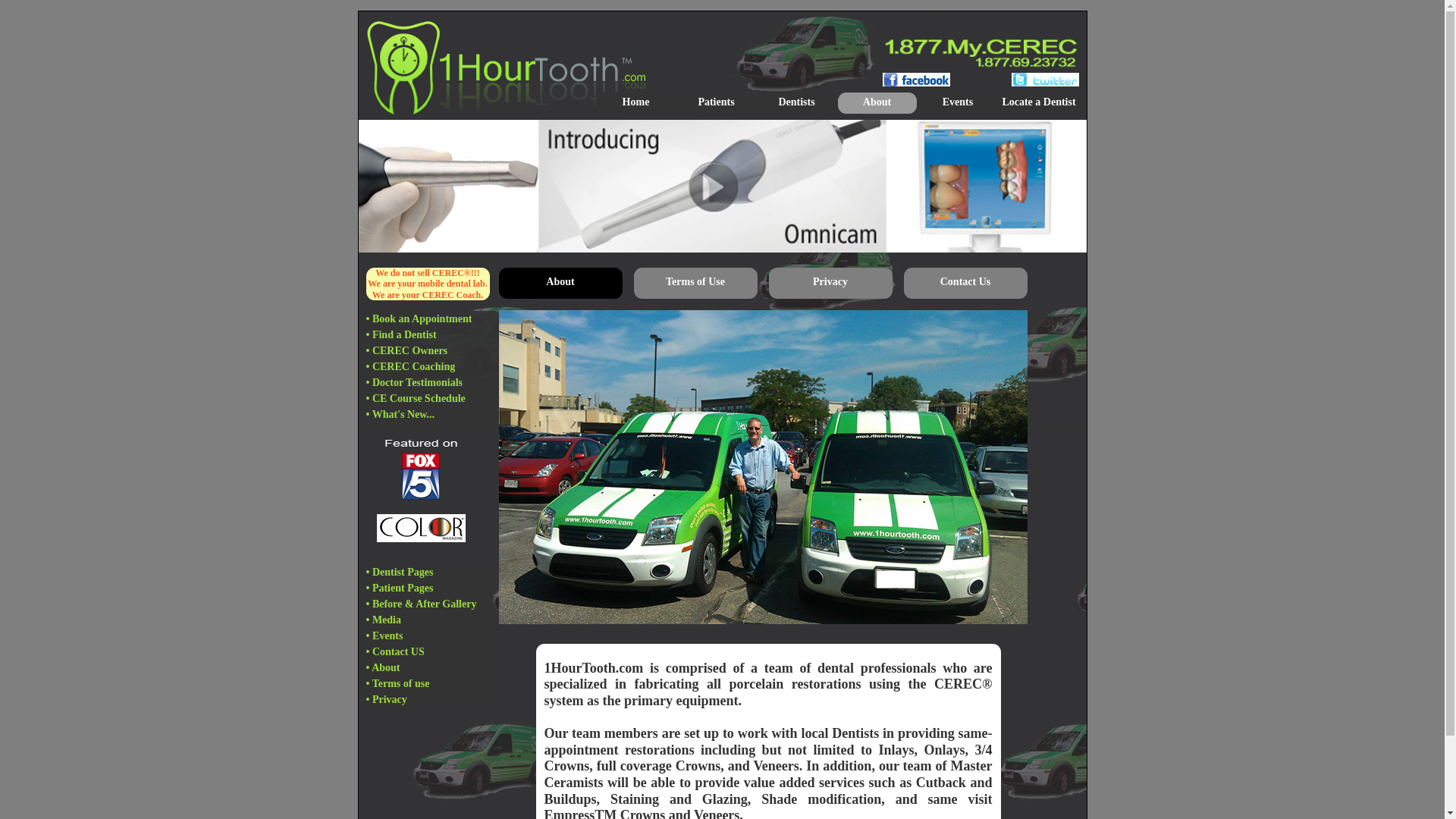 This screenshot has width=1456, height=819. Describe the element at coordinates (757, 102) in the screenshot. I see `'Dentists'` at that location.